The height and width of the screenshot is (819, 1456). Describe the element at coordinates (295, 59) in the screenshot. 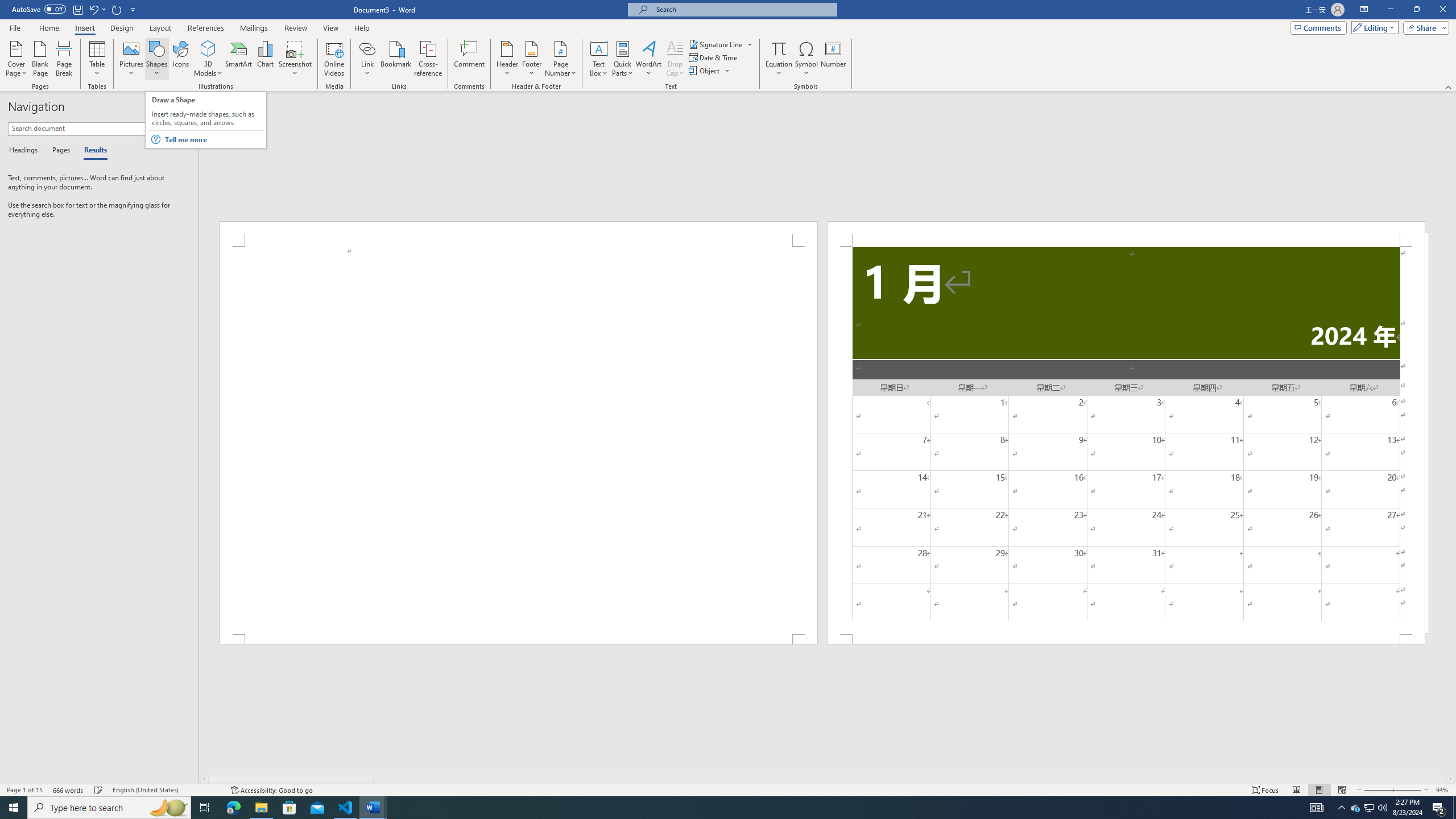

I see `'Screenshot'` at that location.